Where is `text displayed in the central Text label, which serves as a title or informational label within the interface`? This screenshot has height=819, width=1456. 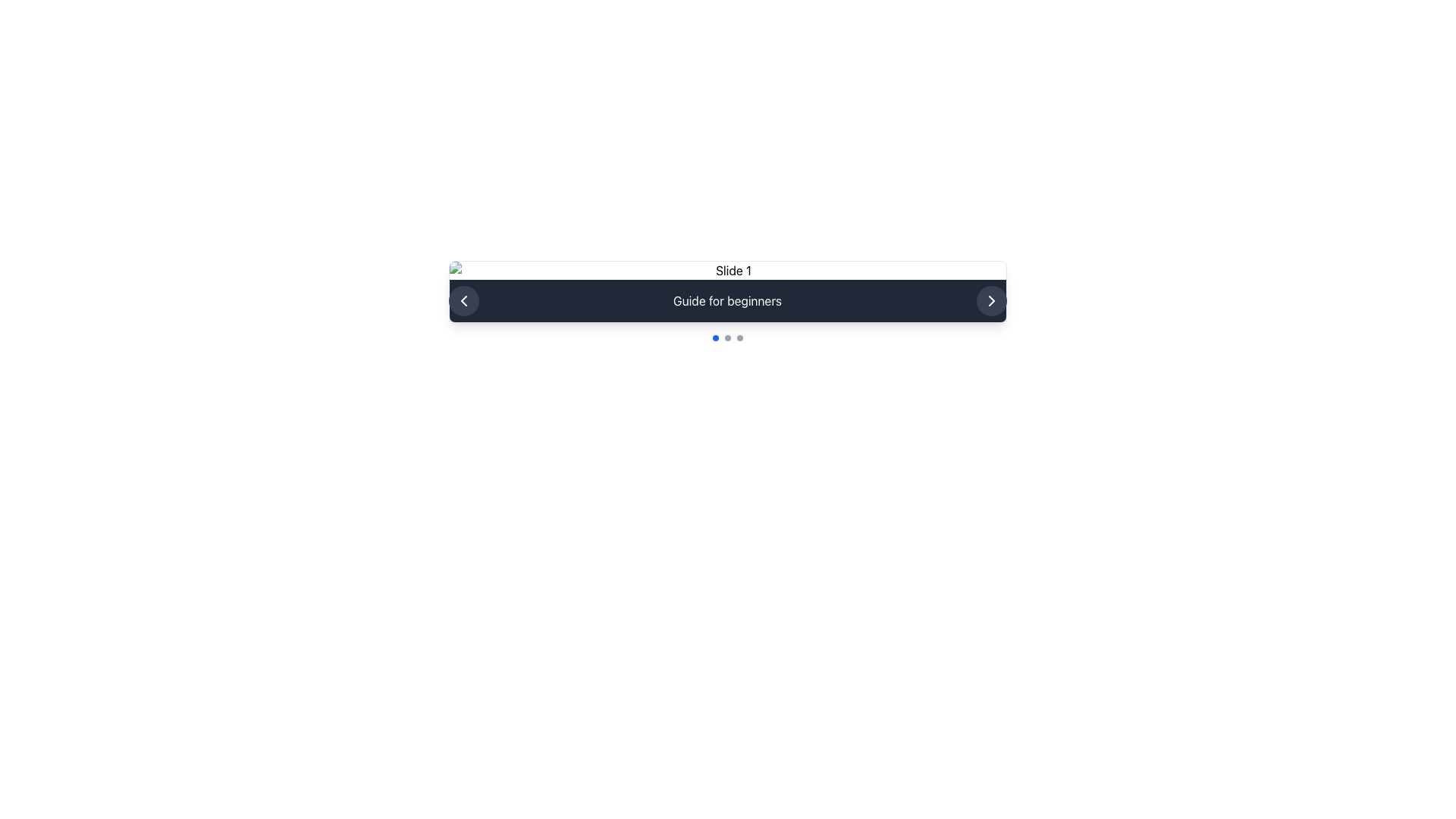
text displayed in the central Text label, which serves as a title or informational label within the interface is located at coordinates (726, 301).